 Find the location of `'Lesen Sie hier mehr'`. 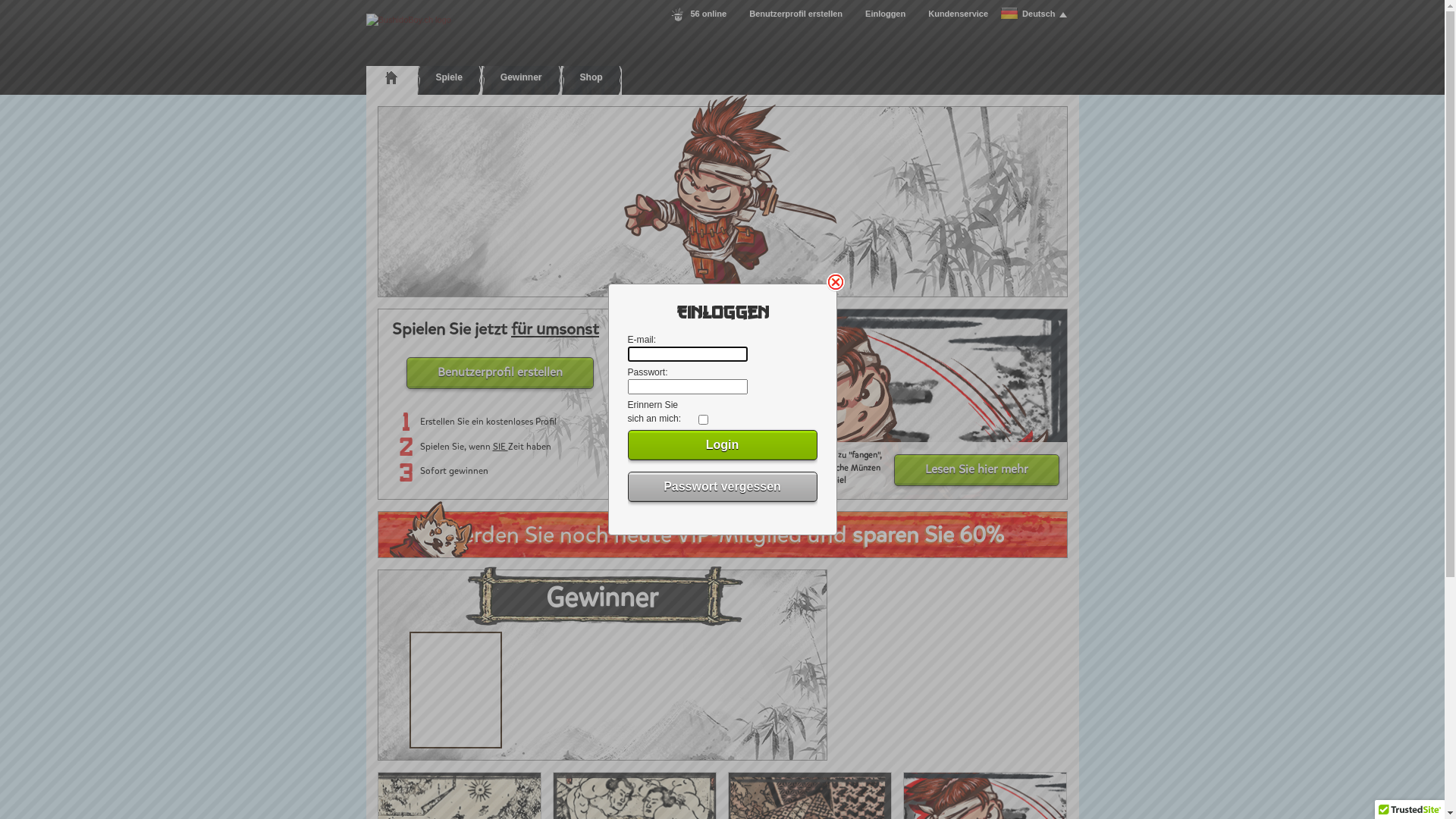

'Lesen Sie hier mehr' is located at coordinates (975, 469).